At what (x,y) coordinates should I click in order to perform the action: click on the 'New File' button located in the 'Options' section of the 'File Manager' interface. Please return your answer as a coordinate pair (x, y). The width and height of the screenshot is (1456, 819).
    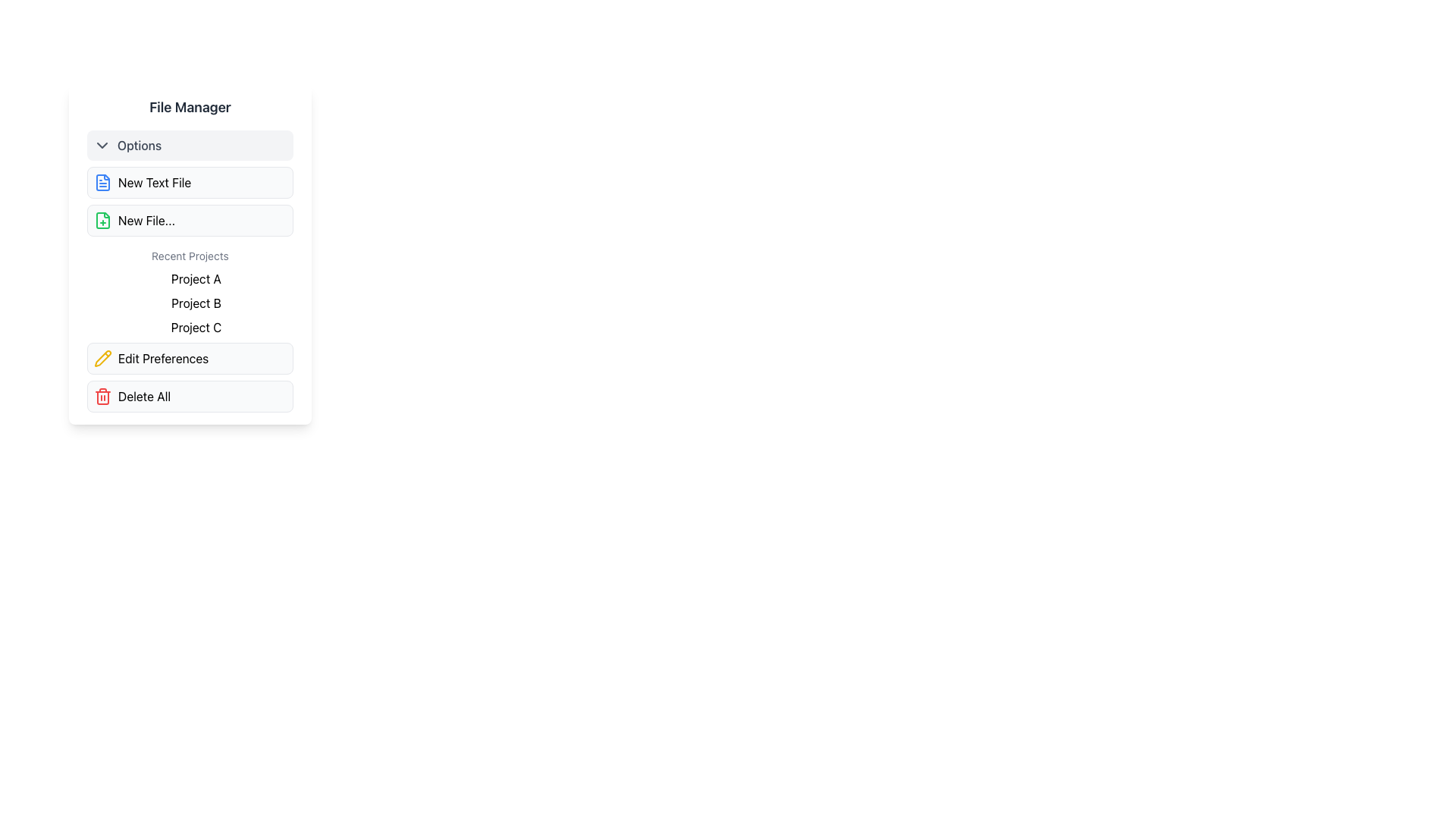
    Looking at the image, I should click on (189, 181).